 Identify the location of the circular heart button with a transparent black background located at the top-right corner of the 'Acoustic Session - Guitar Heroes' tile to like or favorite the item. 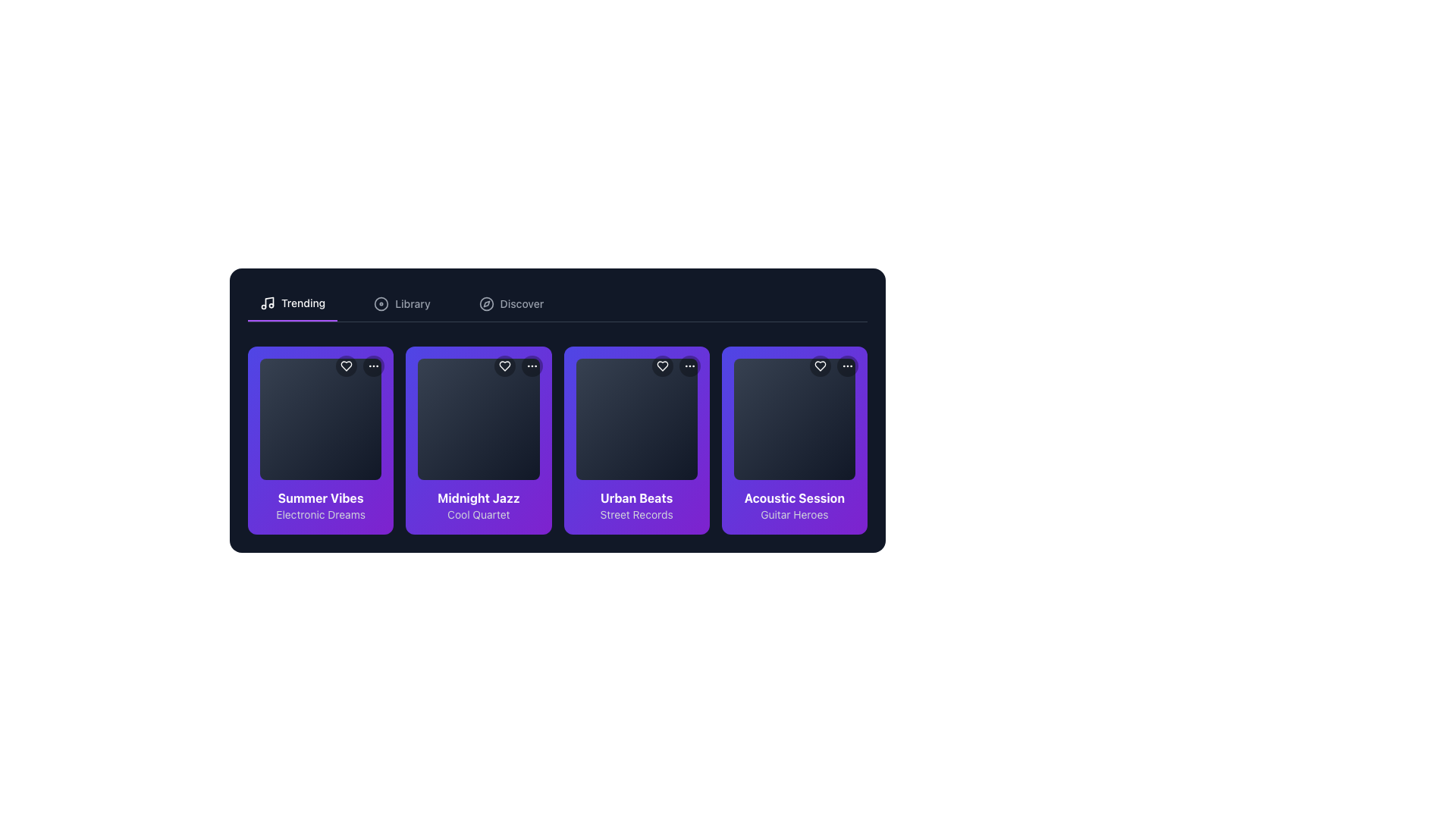
(819, 366).